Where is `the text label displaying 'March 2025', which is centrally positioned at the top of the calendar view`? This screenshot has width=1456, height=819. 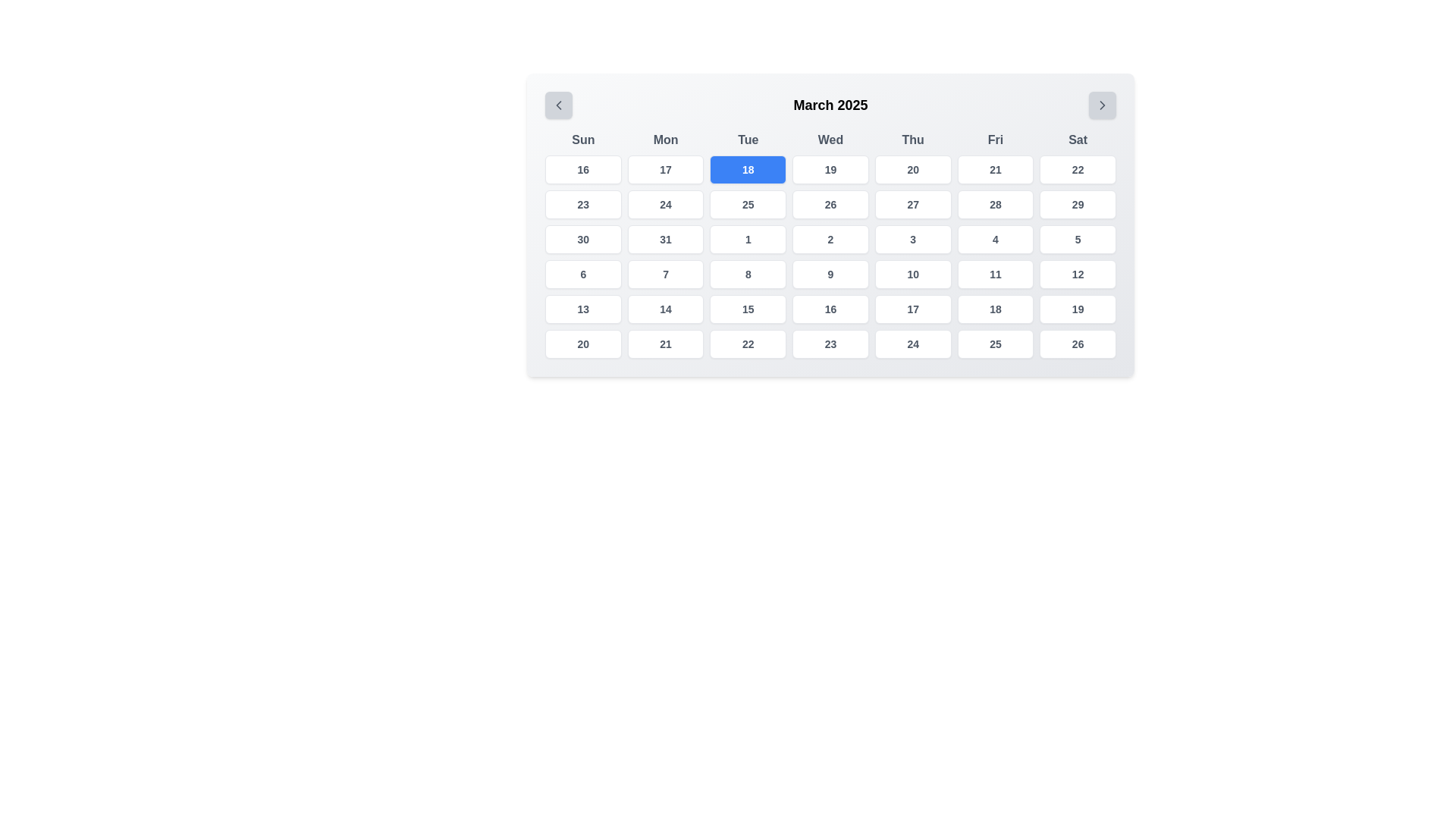
the text label displaying 'March 2025', which is centrally positioned at the top of the calendar view is located at coordinates (830, 104).